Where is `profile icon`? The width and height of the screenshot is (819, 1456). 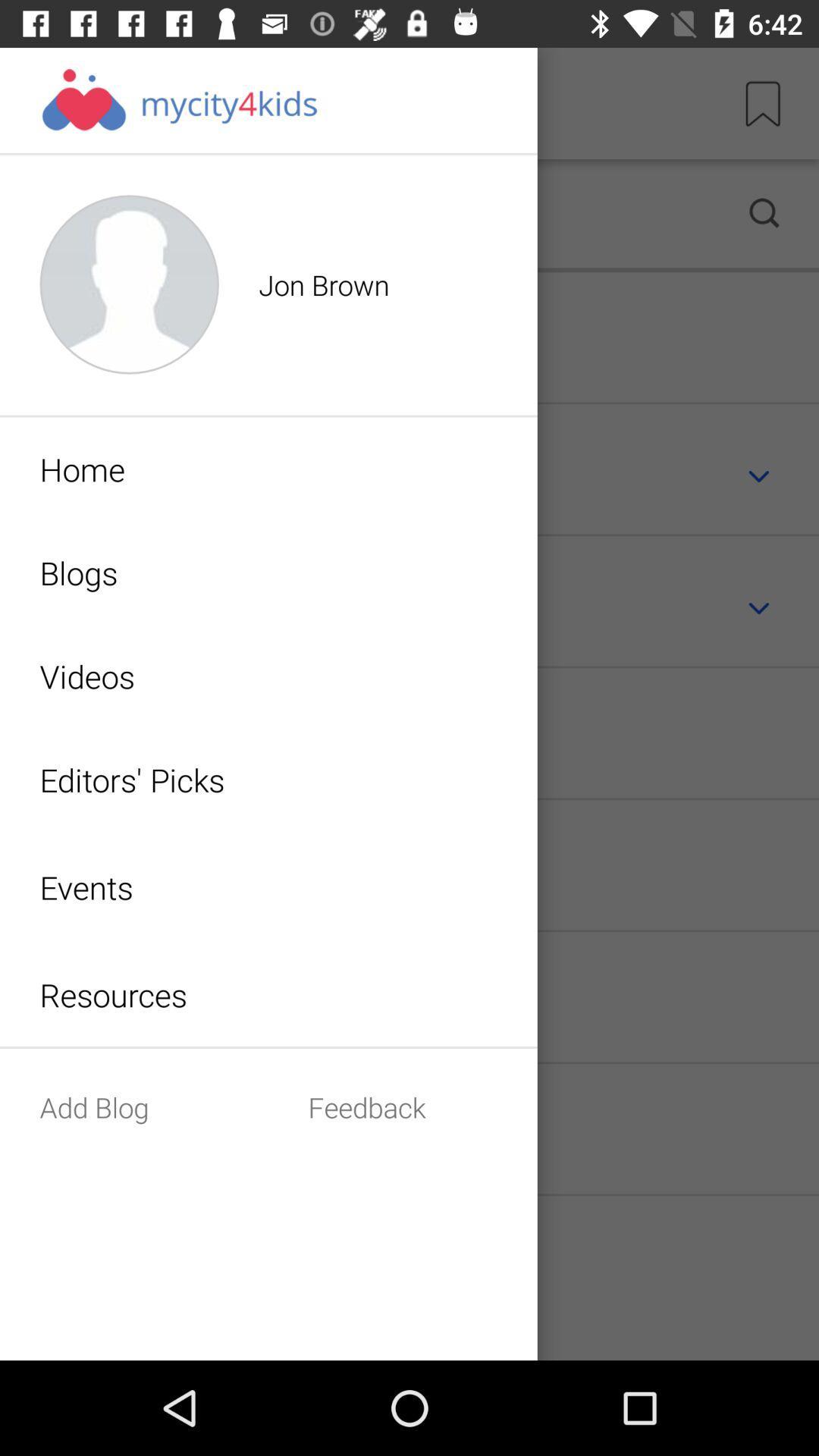 profile icon is located at coordinates (128, 284).